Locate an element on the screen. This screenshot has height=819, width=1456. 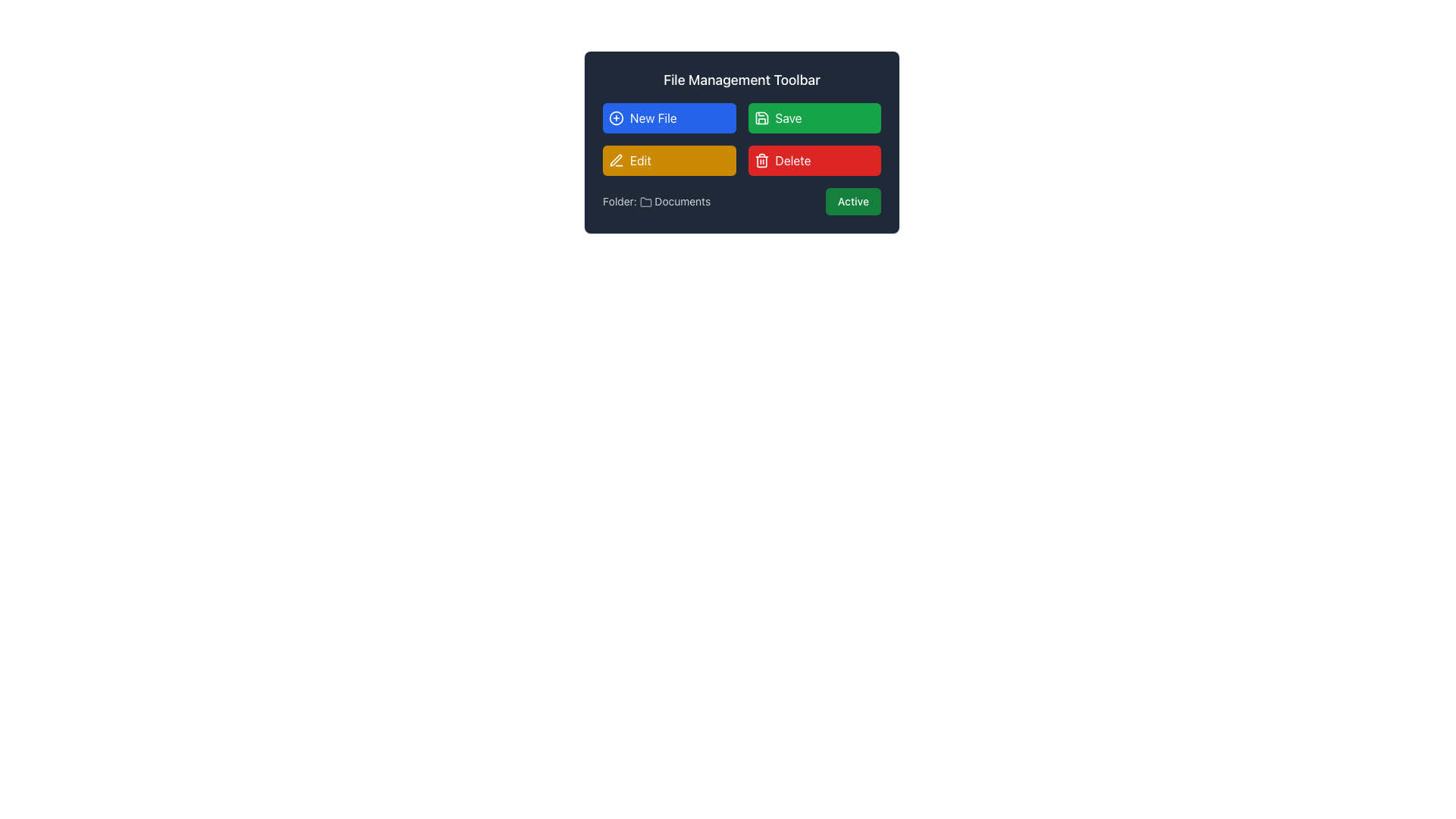
the 'New File' text label, which is displayed in white font on a rounded blue button in the toolbar is located at coordinates (653, 117).